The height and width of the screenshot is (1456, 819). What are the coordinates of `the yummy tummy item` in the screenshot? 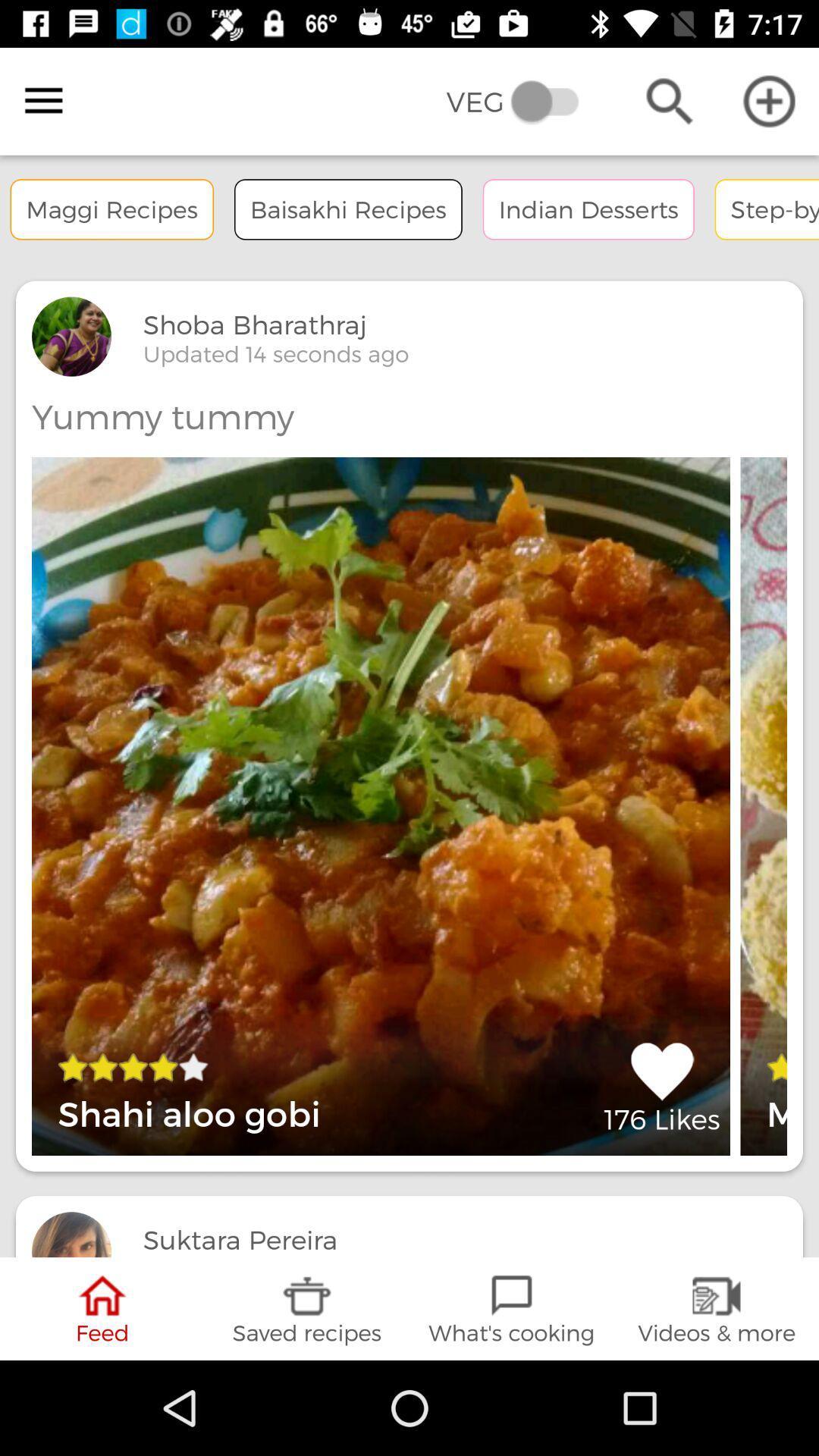 It's located at (162, 416).